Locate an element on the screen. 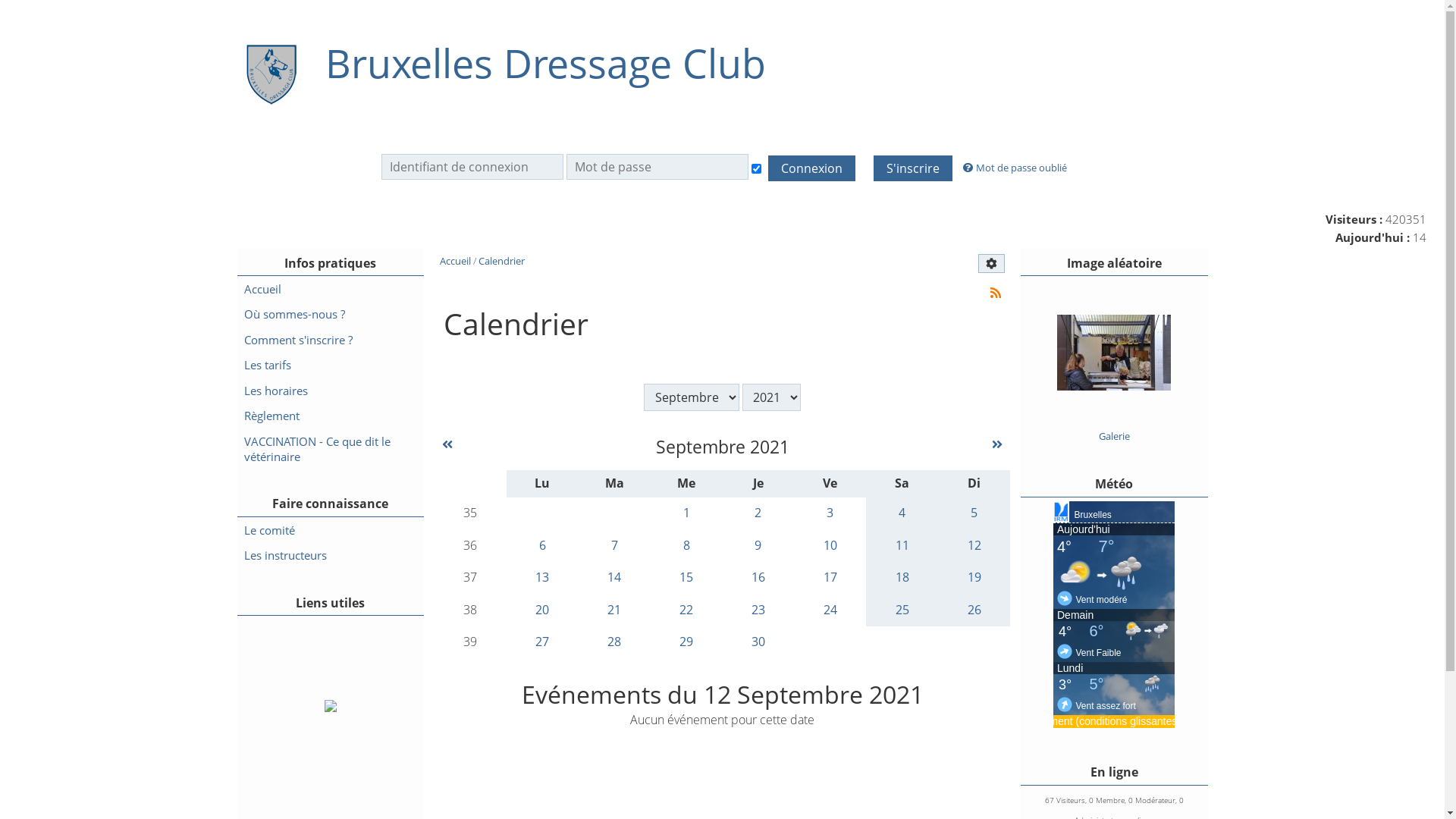 Image resolution: width=1456 pixels, height=819 pixels. 'Bruxelles Dressage Club' is located at coordinates (545, 62).